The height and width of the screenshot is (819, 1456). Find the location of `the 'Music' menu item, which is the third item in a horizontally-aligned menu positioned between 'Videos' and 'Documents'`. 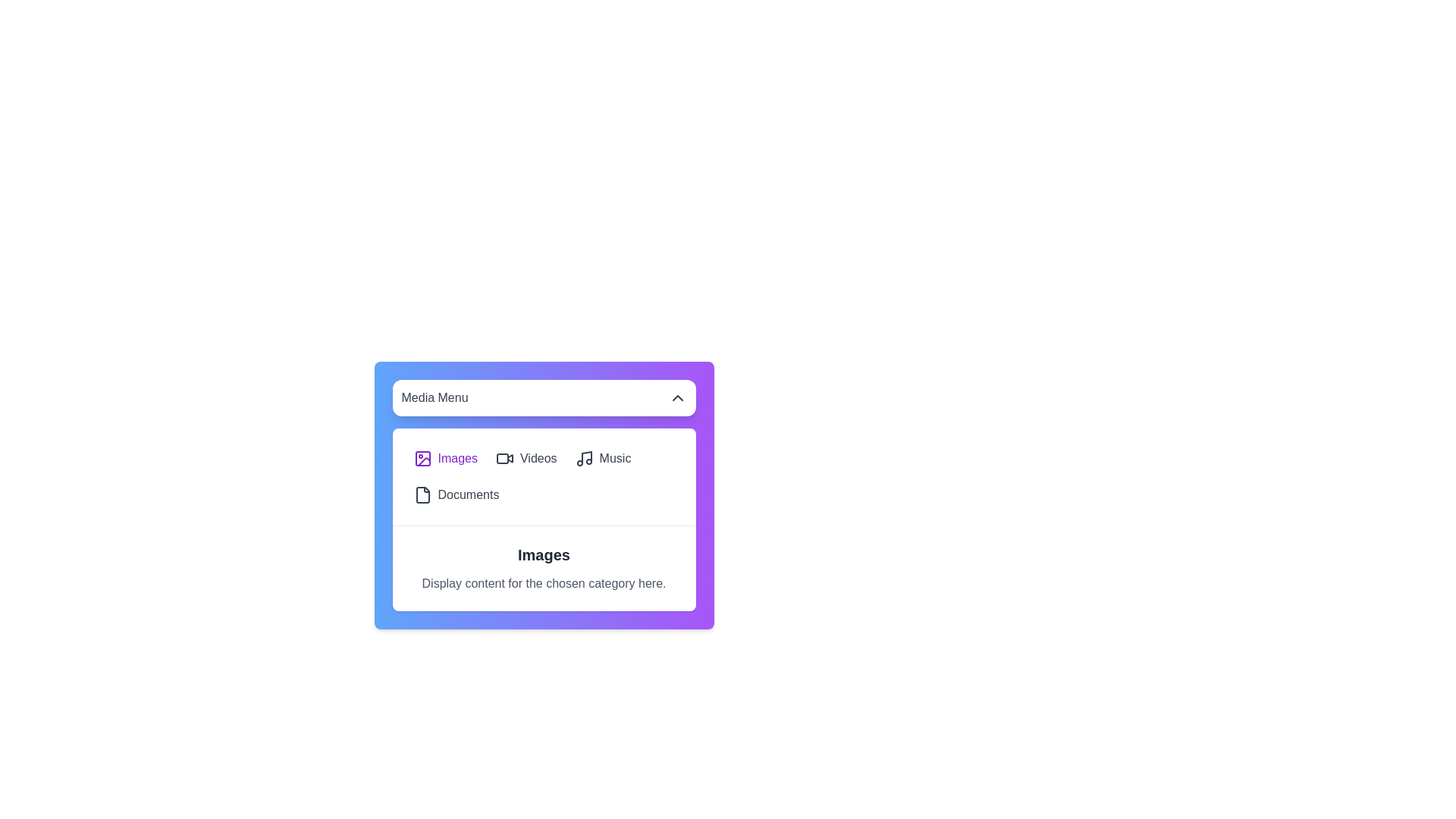

the 'Music' menu item, which is the third item in a horizontally-aligned menu positioned between 'Videos' and 'Documents' is located at coordinates (602, 458).